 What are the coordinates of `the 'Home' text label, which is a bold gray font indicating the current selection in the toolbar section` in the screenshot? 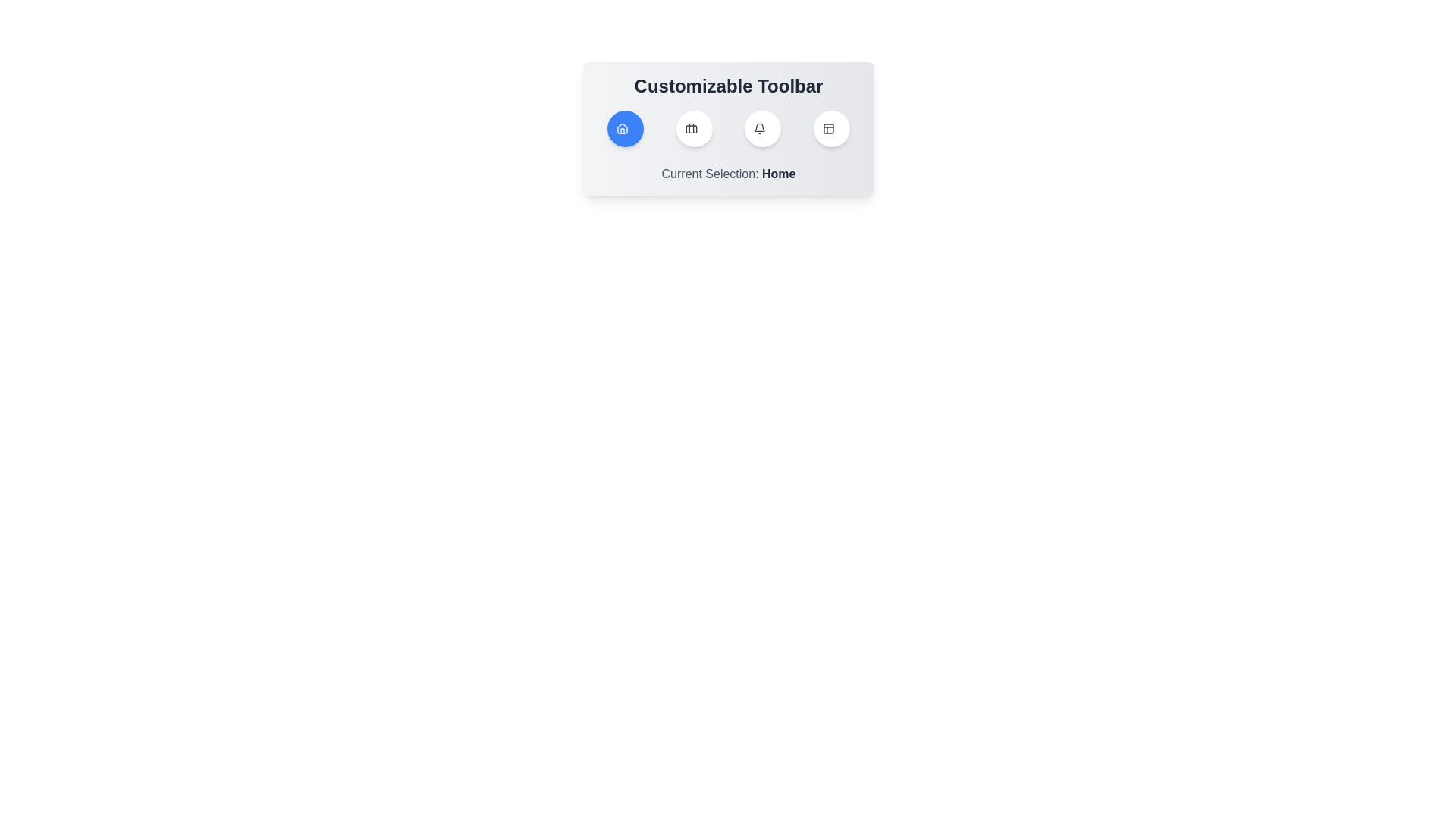 It's located at (779, 173).